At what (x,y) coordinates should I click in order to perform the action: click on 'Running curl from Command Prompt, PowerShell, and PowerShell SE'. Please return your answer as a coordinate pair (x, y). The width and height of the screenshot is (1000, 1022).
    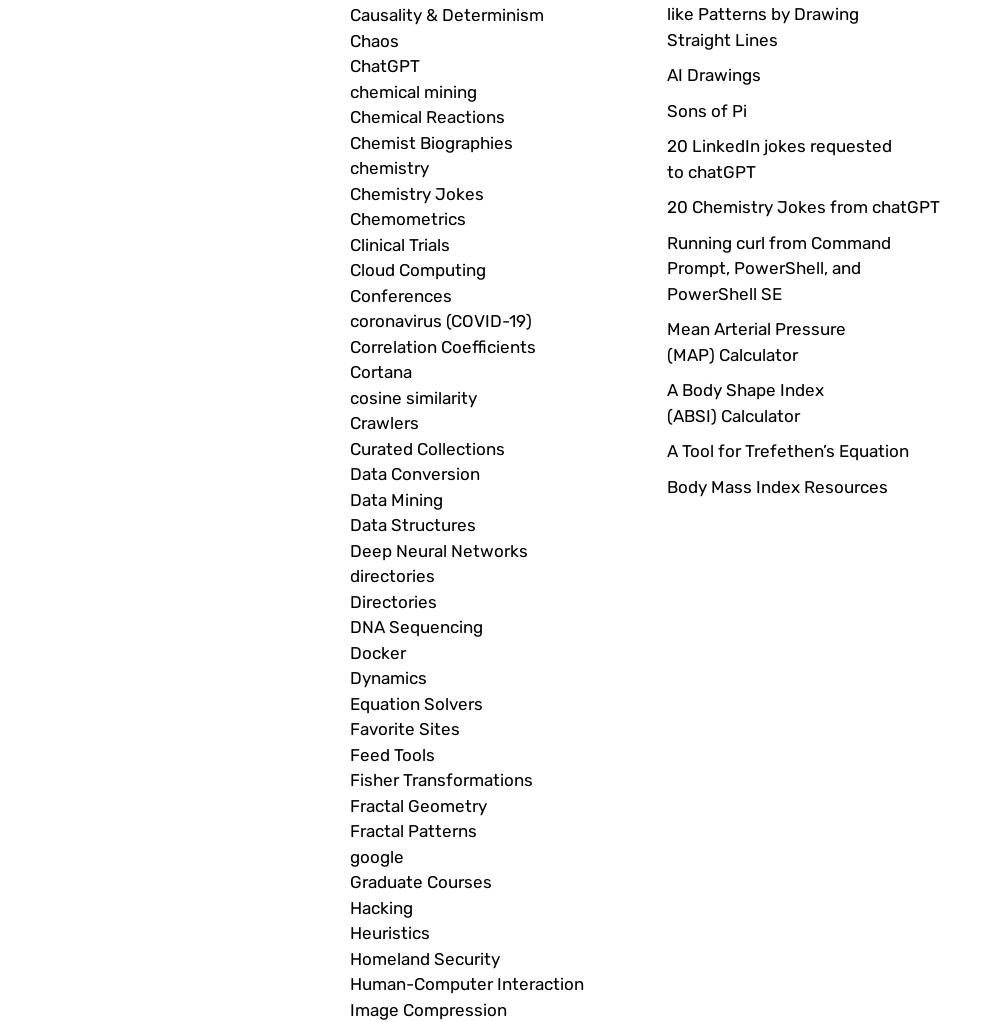
    Looking at the image, I should click on (778, 267).